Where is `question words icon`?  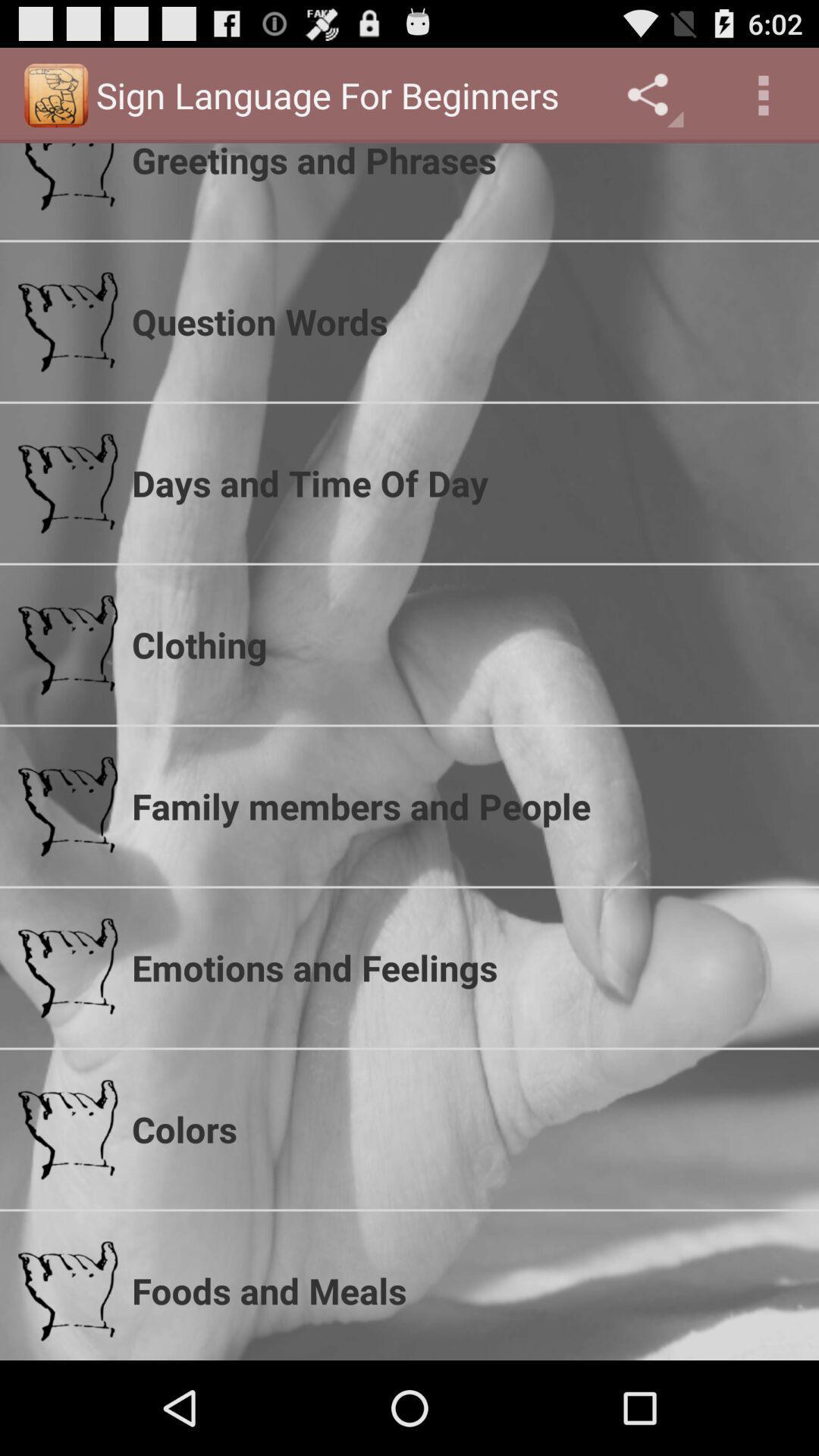 question words icon is located at coordinates (465, 321).